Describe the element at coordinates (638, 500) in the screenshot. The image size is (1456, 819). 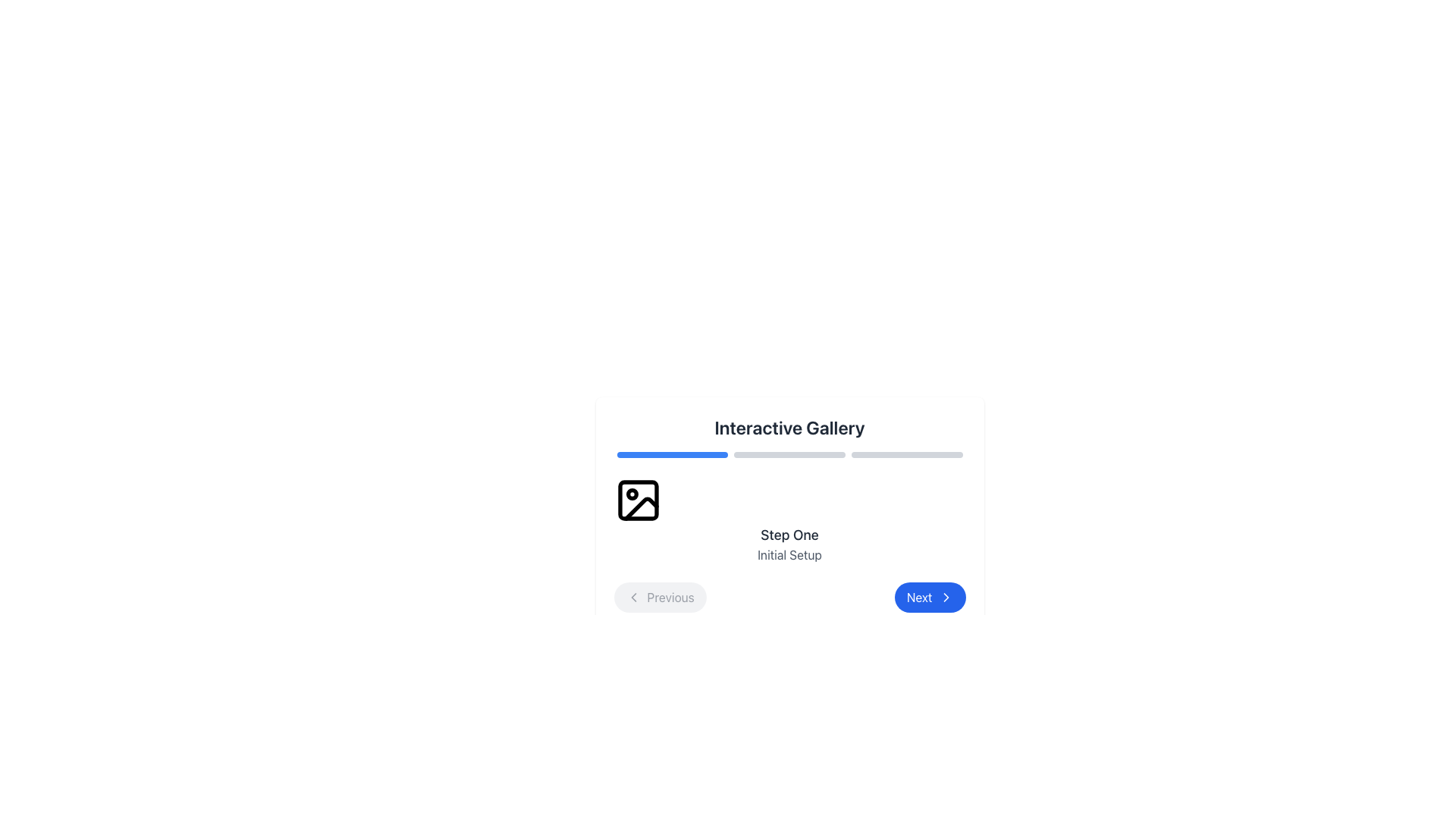
I see `the small rounded rectangle background element that is located inside the larger picture frame icon, positioned below the progress bar and above the label 'Step One'` at that location.